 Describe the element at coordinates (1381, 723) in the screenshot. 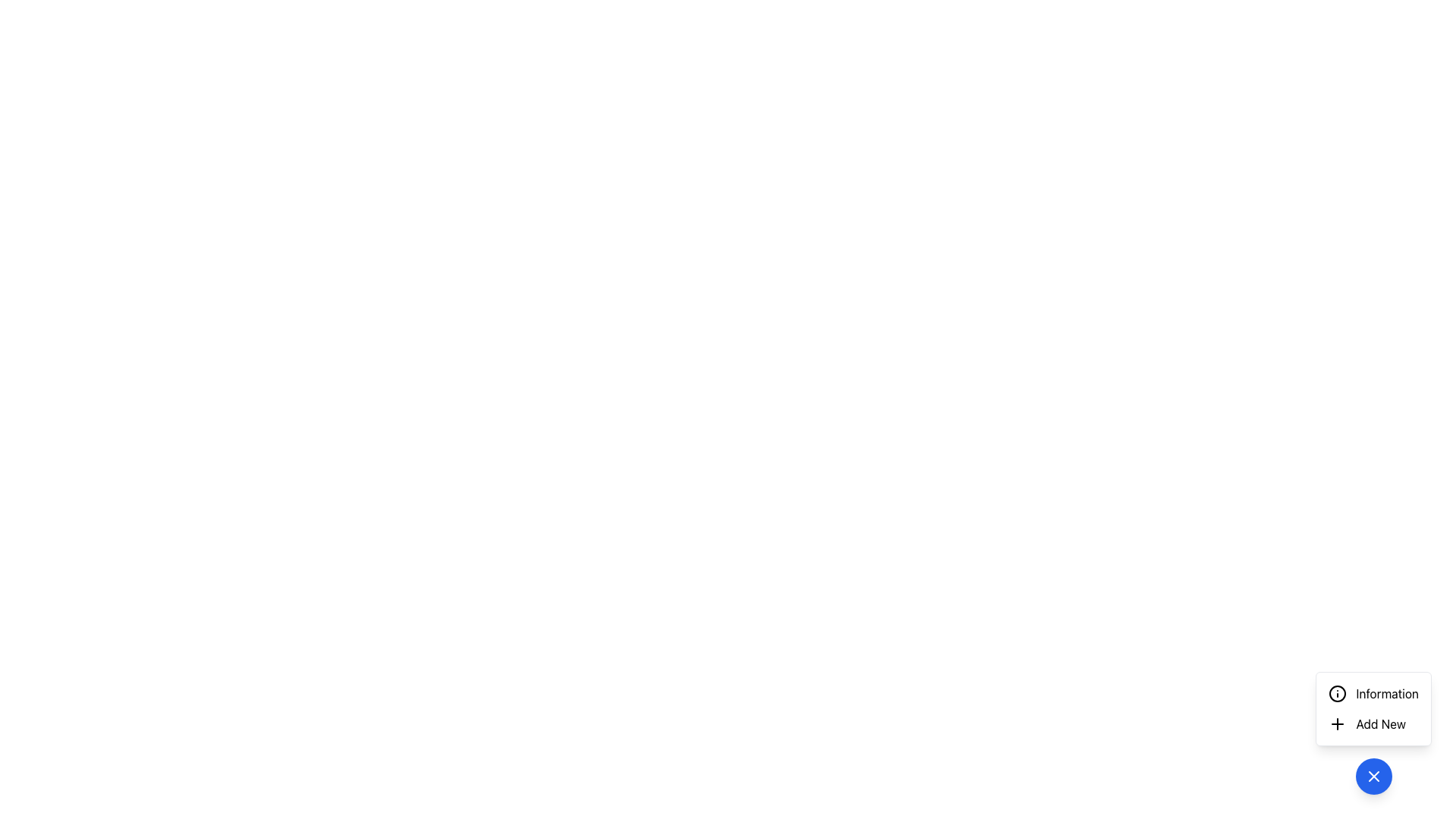

I see `the second button-like text element in the bottom-right corner pop-up menu` at that location.